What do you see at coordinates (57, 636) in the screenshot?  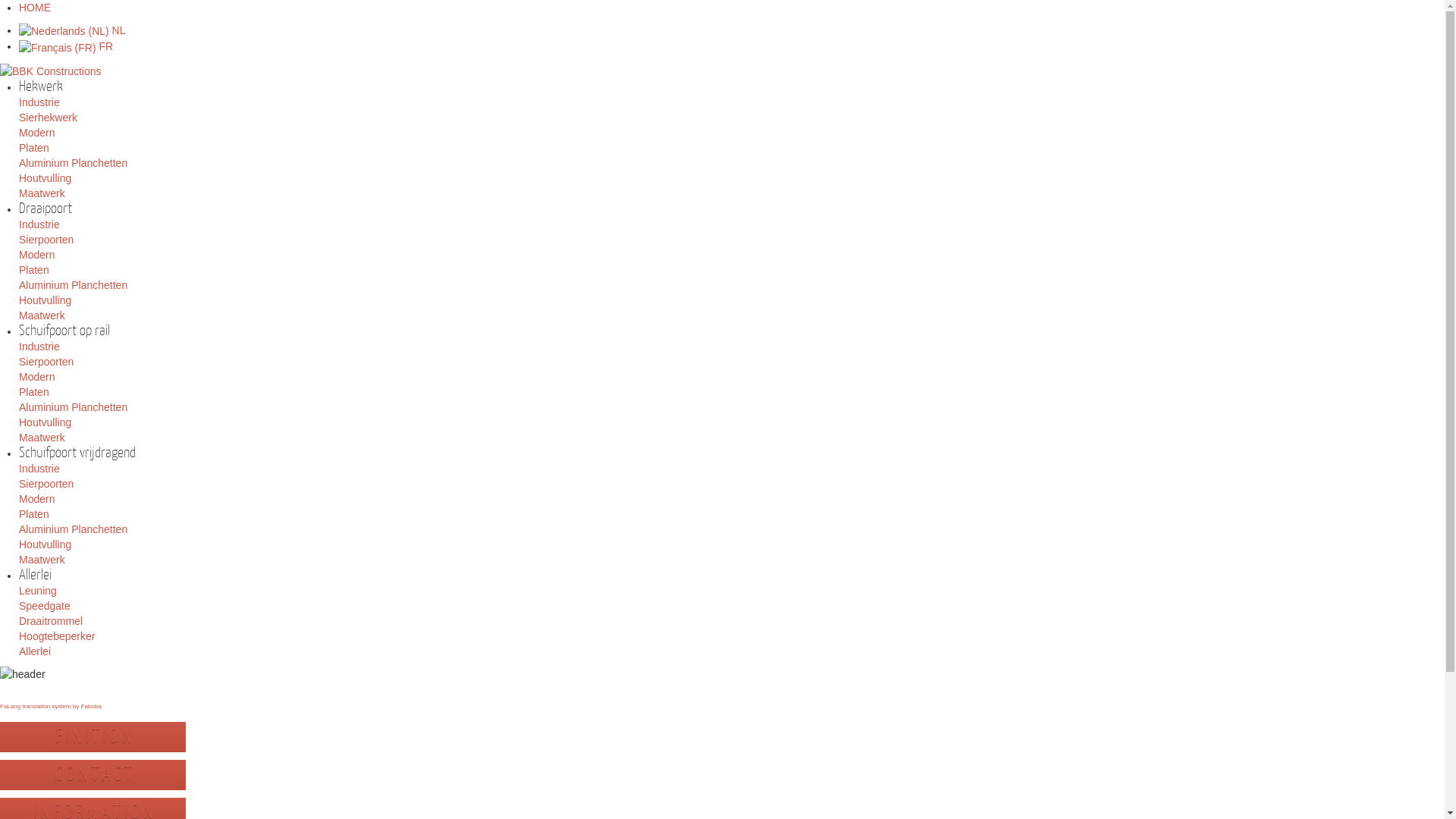 I see `'Hoogtebeperker'` at bounding box center [57, 636].